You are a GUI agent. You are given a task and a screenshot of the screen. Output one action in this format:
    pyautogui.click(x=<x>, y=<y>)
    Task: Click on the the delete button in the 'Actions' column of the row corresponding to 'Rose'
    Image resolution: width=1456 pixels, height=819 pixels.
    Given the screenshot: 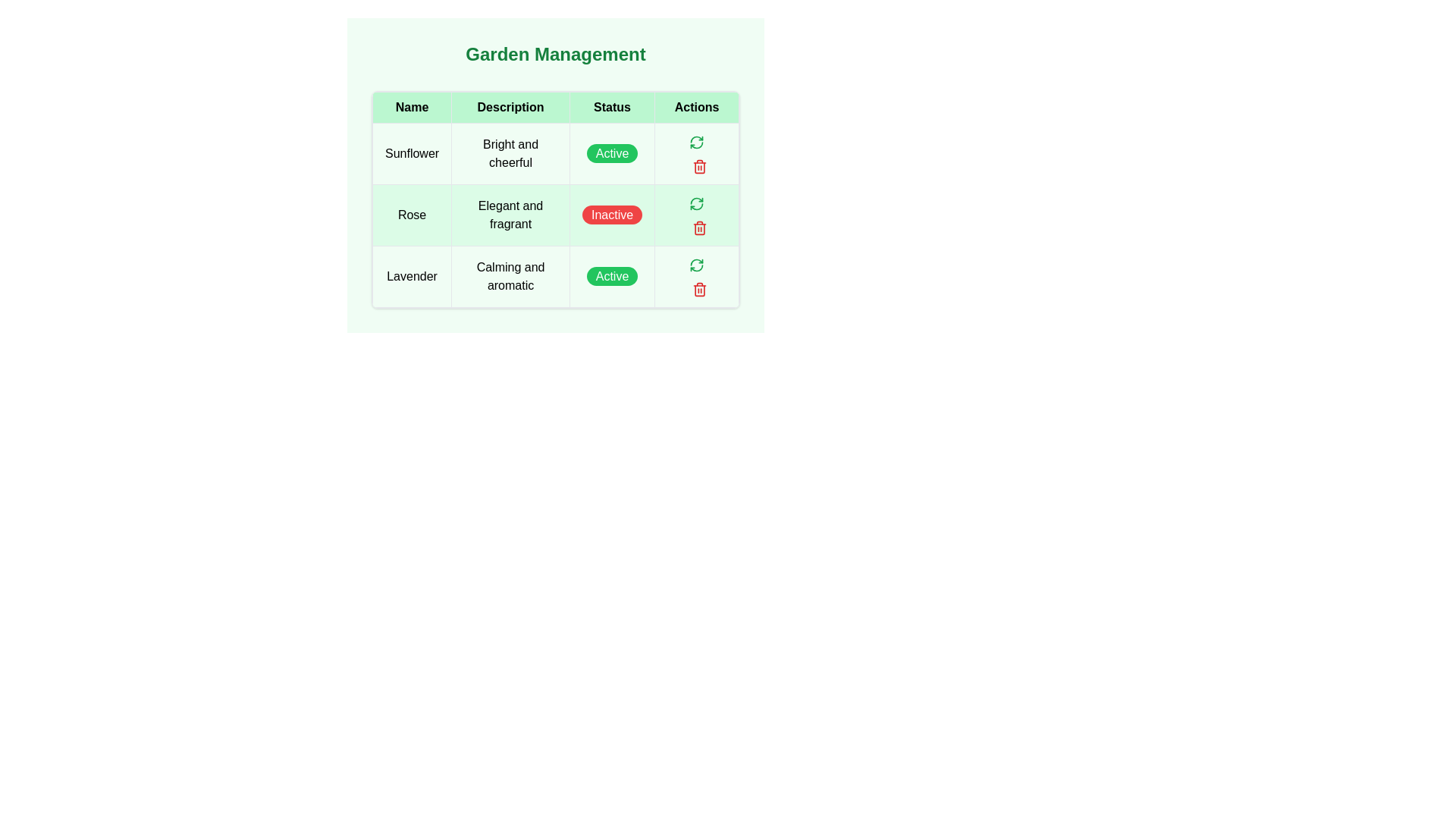 What is the action you would take?
    pyautogui.click(x=699, y=166)
    